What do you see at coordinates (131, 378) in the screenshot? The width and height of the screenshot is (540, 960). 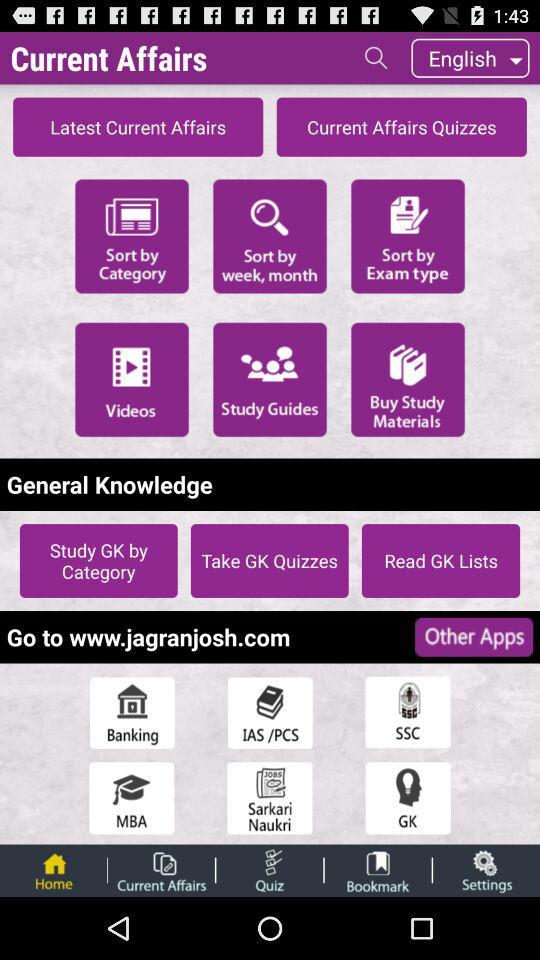 I see `app above the general knowledge app` at bounding box center [131, 378].